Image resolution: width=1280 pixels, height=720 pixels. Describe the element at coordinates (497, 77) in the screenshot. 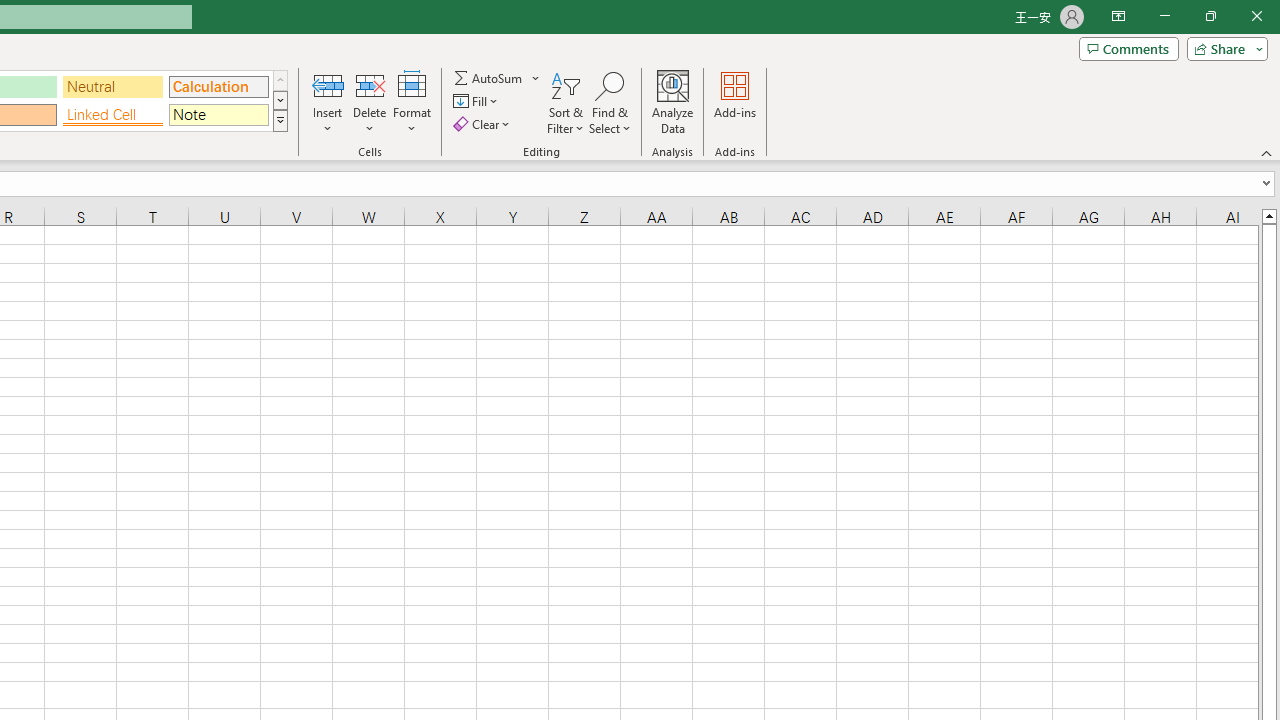

I see `'AutoSum'` at that location.